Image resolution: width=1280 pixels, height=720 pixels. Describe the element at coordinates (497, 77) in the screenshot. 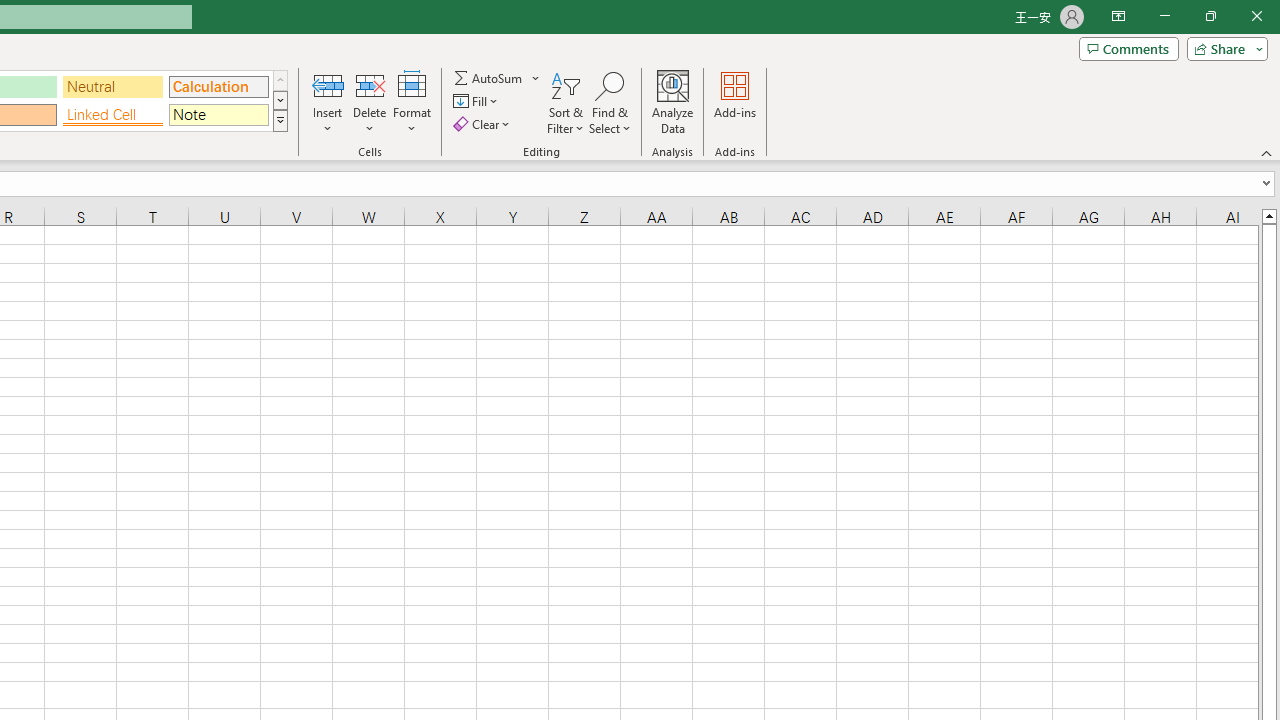

I see `'AutoSum'` at that location.